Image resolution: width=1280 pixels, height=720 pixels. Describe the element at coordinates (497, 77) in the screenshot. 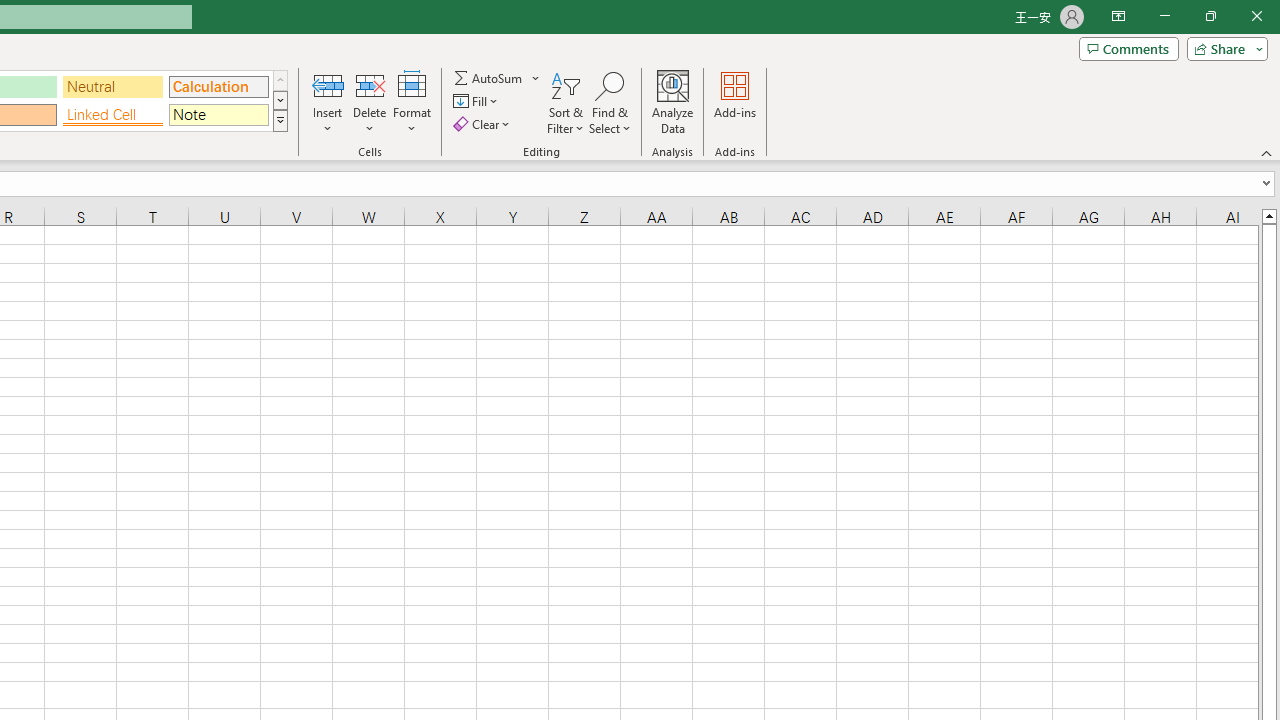

I see `'AutoSum'` at that location.